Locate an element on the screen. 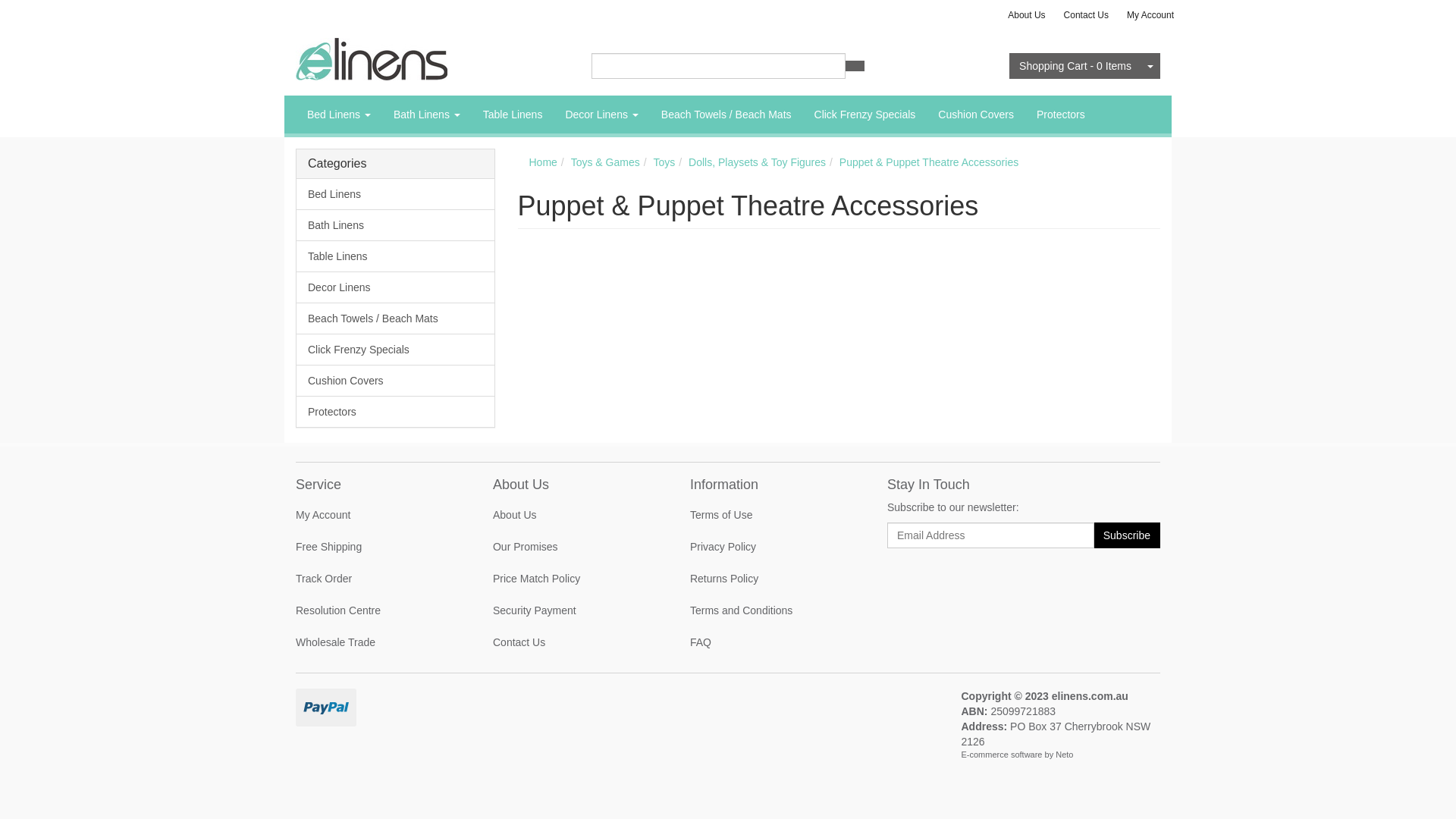  'FAQ' is located at coordinates (771, 642).